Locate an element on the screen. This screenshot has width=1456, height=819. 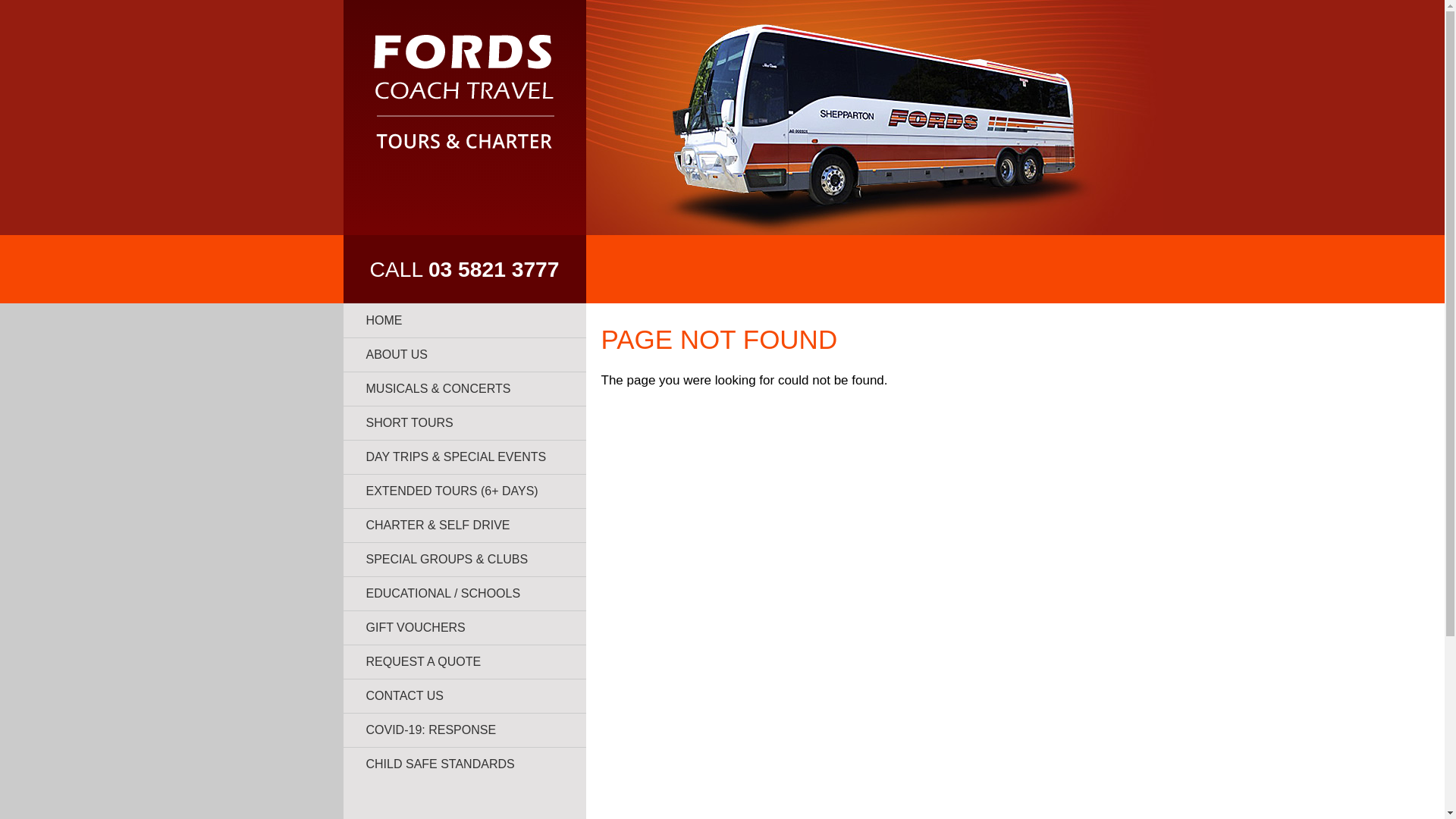
'REQUEST A QUOTE' is located at coordinates (463, 661).